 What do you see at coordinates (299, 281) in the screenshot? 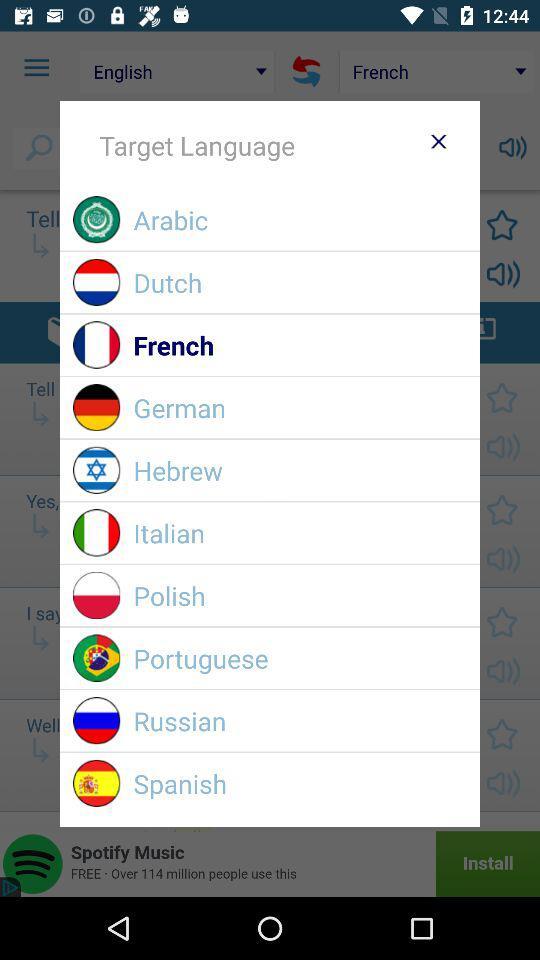
I see `icon below the arabic icon` at bounding box center [299, 281].